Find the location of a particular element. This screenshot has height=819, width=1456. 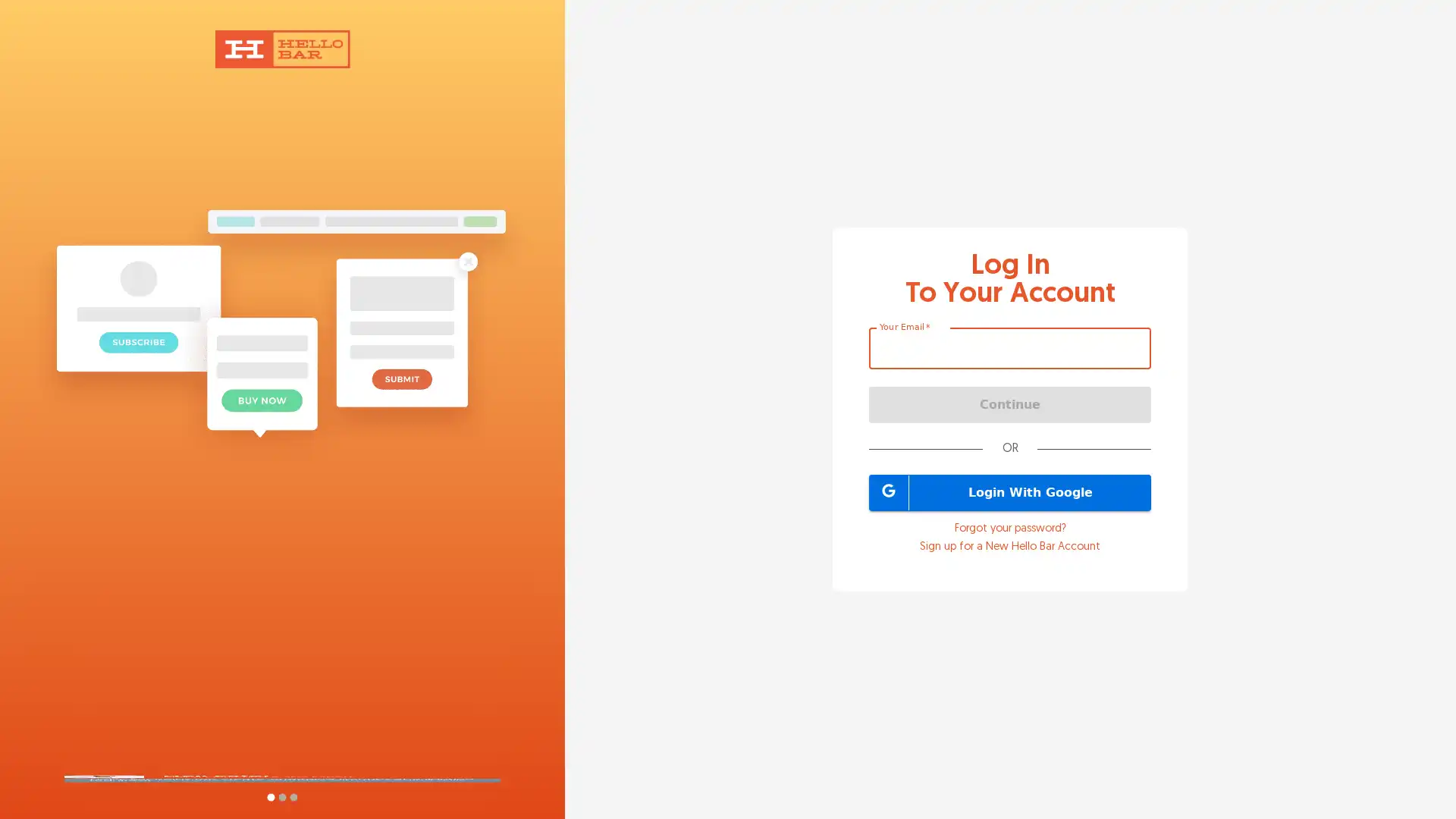

Continue is located at coordinates (1010, 403).